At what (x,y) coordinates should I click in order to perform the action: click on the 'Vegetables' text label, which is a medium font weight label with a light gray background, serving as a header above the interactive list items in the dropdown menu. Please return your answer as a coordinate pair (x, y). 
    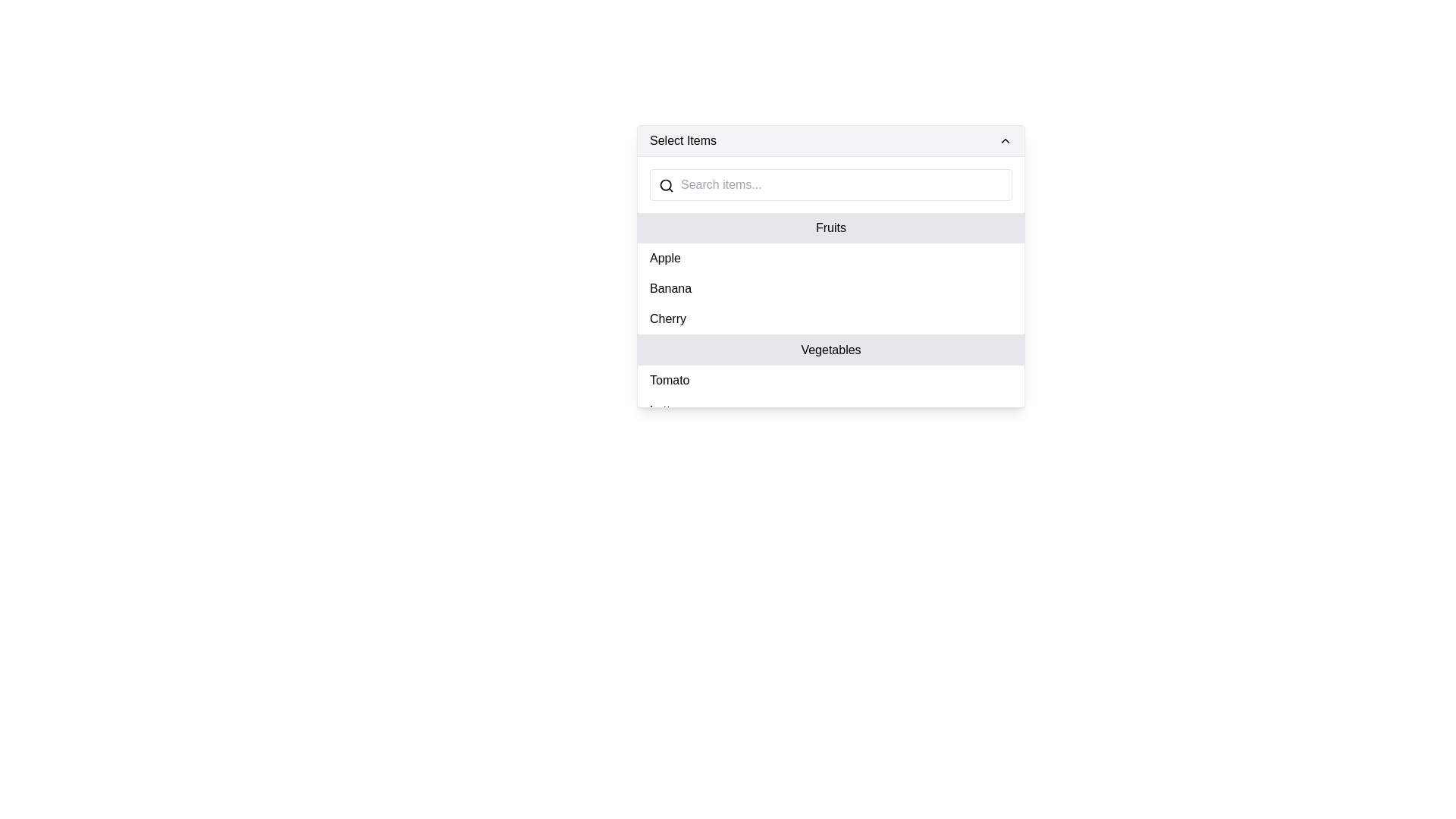
    Looking at the image, I should click on (830, 350).